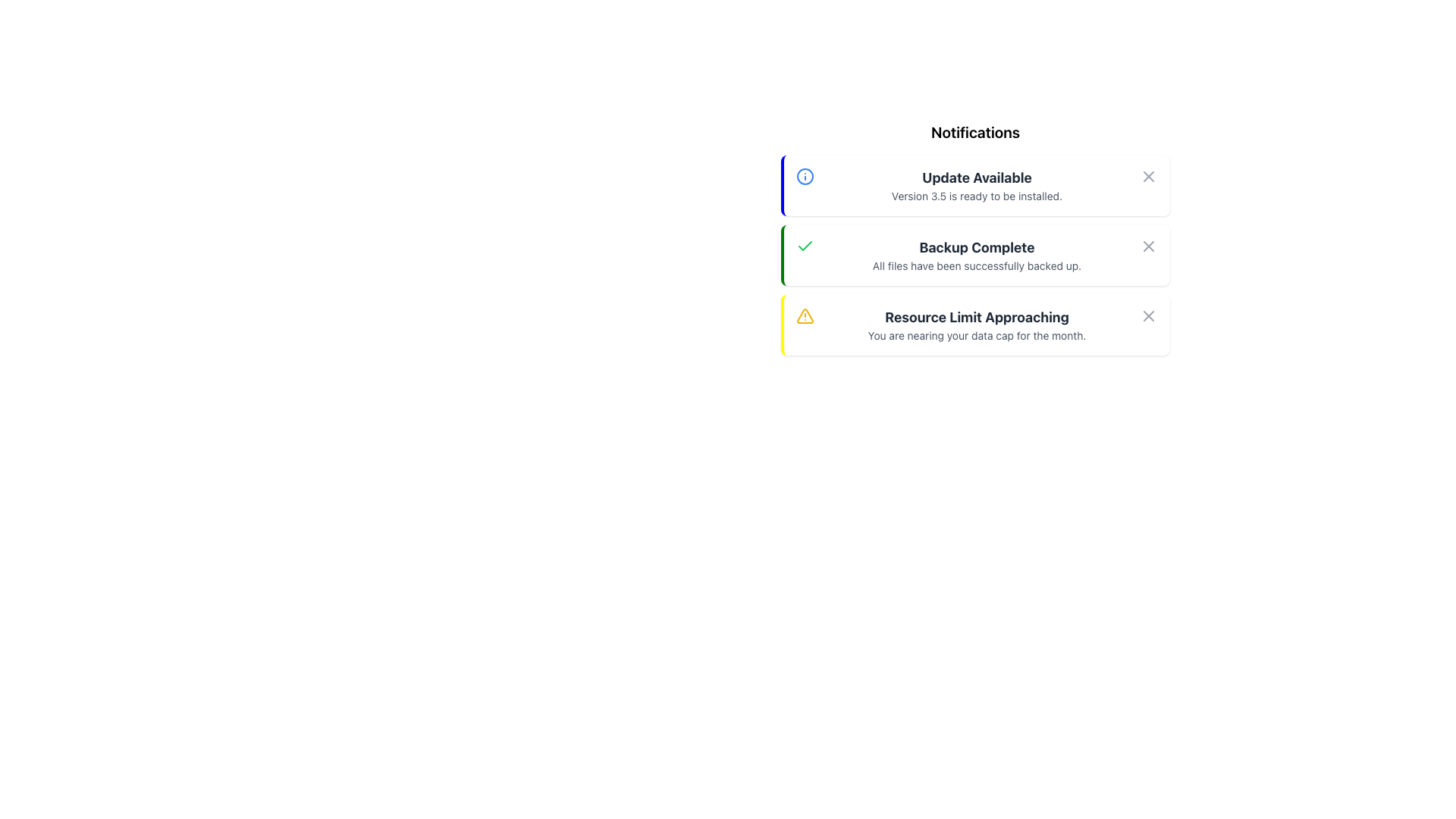 This screenshot has width=1456, height=819. Describe the element at coordinates (804, 245) in the screenshot. I see `the checkmark icon indicating 'Backup Complete' status located in the second notification row to the left of the text content` at that location.